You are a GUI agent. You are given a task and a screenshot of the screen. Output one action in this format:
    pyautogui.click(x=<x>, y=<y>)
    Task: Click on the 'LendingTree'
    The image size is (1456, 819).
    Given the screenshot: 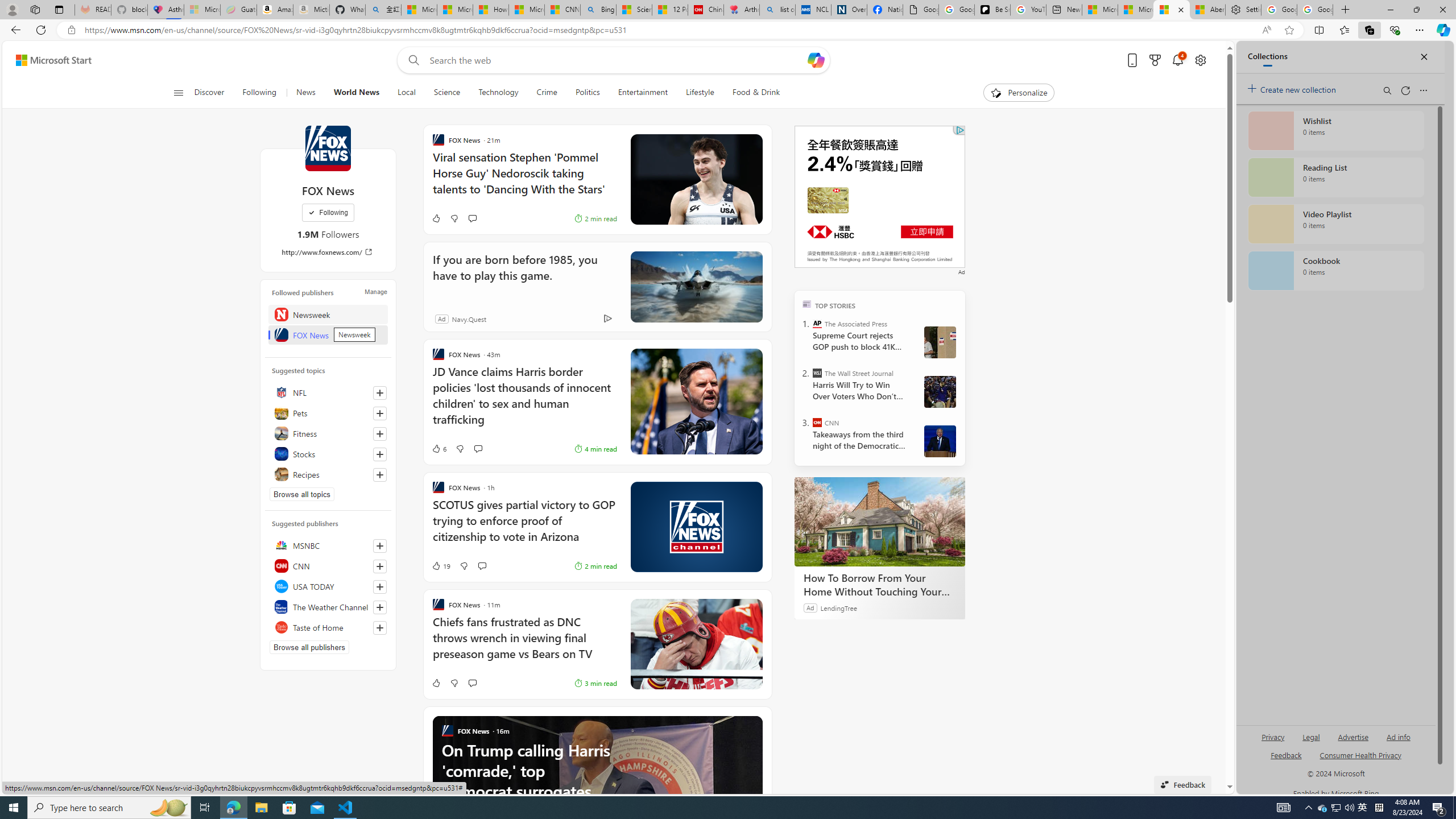 What is the action you would take?
    pyautogui.click(x=838, y=607)
    